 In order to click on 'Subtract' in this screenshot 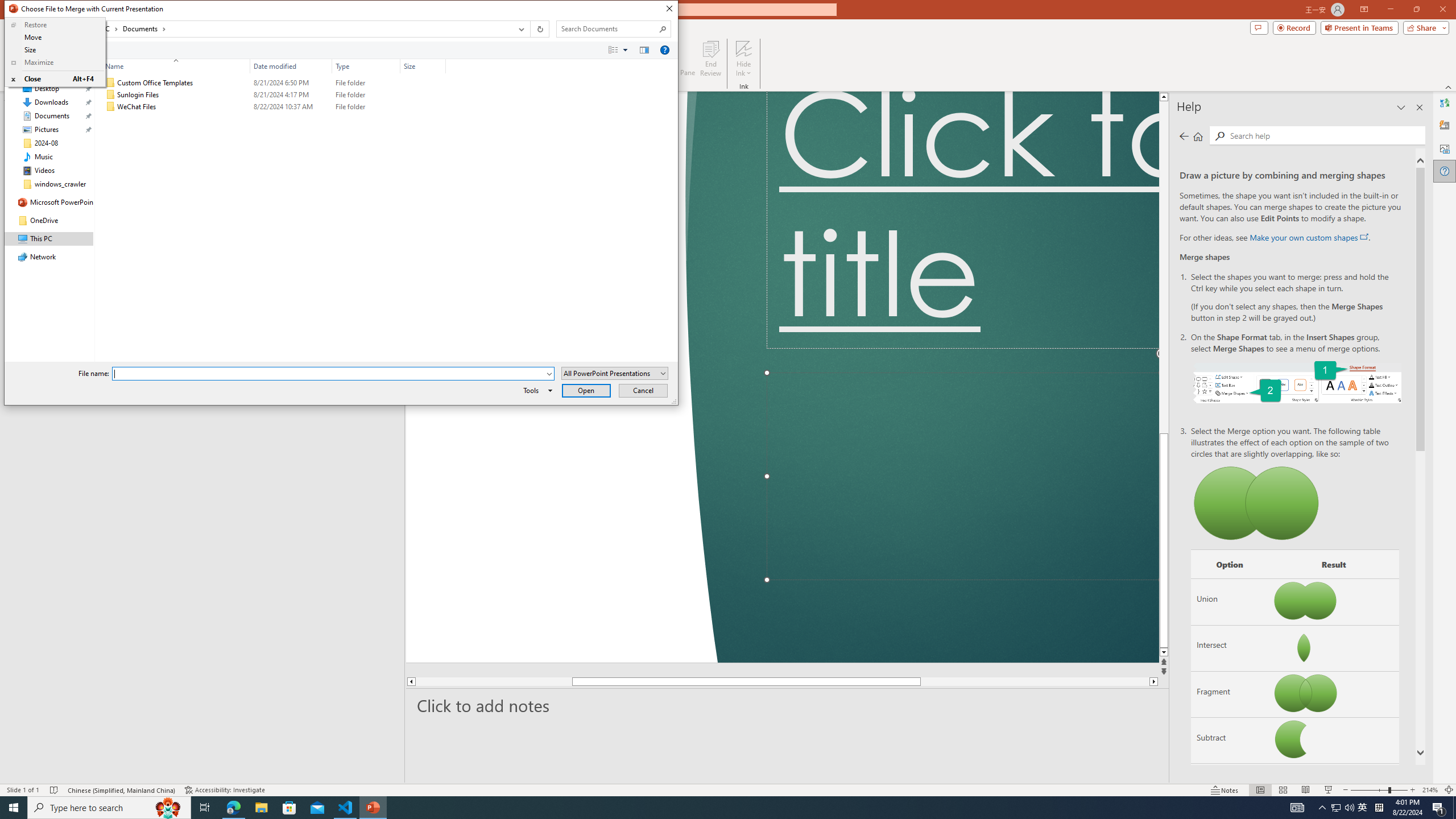, I will do `click(1228, 741)`.